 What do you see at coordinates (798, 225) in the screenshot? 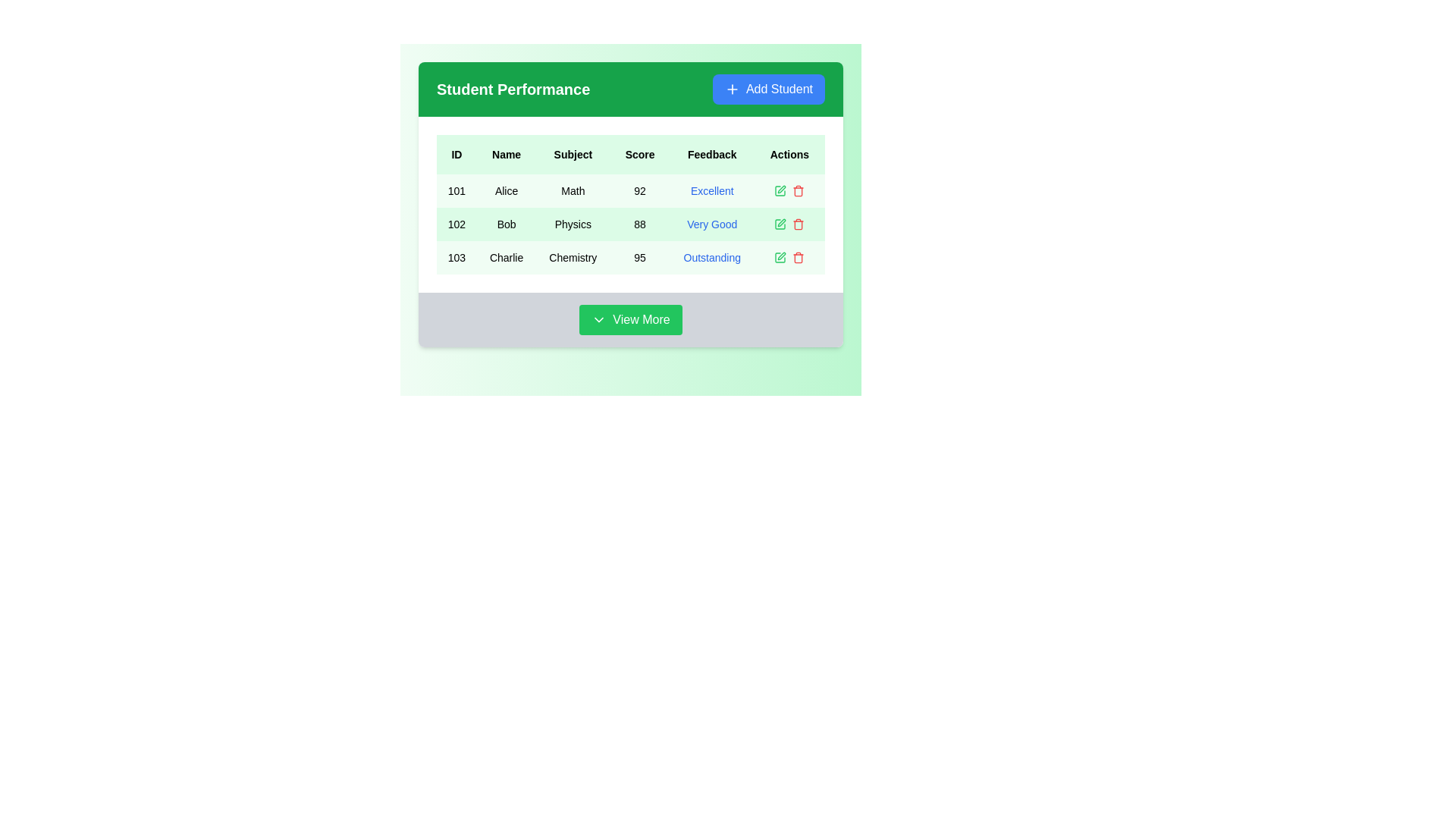
I see `the trash bin icon located in the 'Actions' column of the second row in the table` at bounding box center [798, 225].